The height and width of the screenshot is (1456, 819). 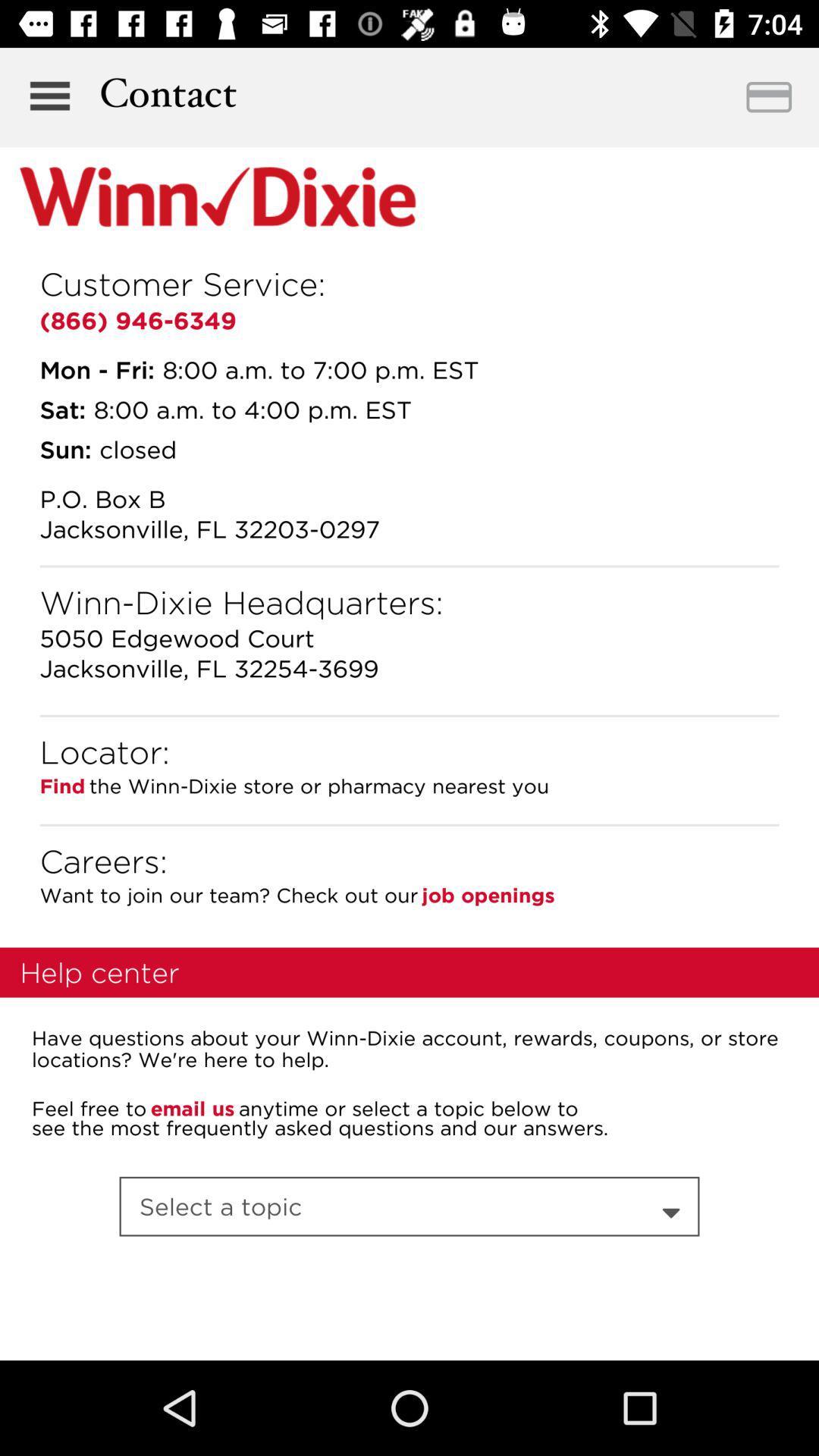 I want to click on the item next to the want to join item, so click(x=488, y=895).